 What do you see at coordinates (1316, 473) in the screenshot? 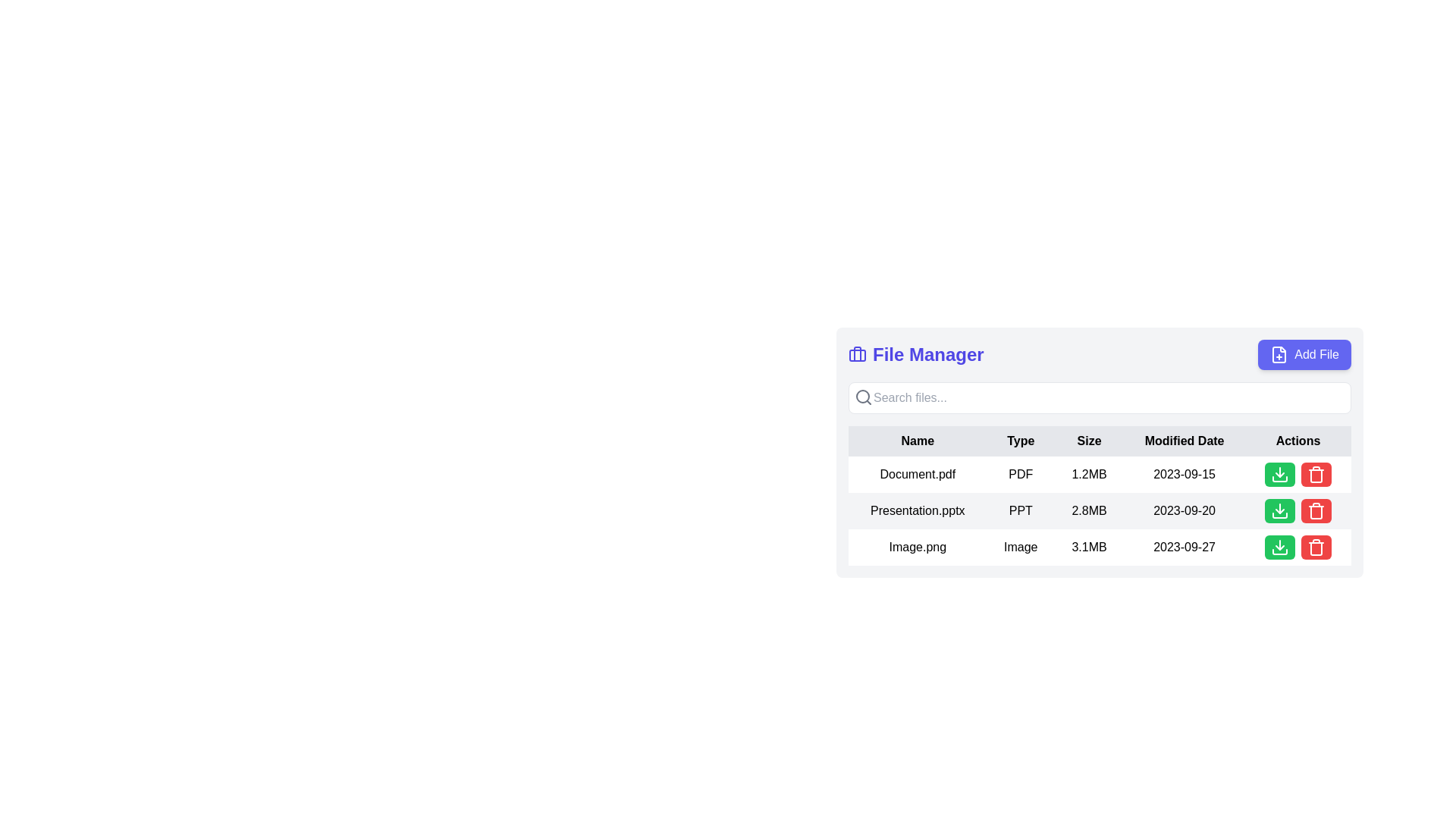
I see `the red trash bin icon button located in the bottom-right part of the interface within the last row of the table under the 'Actions' column` at bounding box center [1316, 473].